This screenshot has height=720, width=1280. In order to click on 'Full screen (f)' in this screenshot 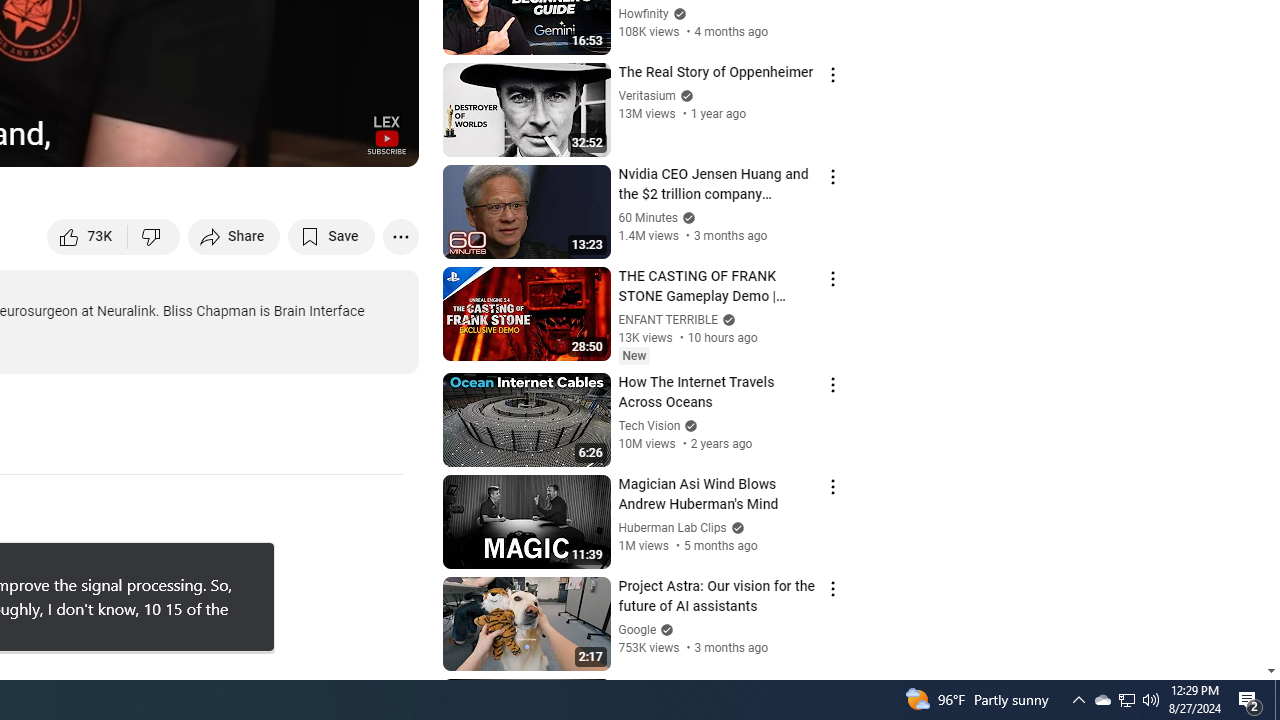, I will do `click(382, 141)`.